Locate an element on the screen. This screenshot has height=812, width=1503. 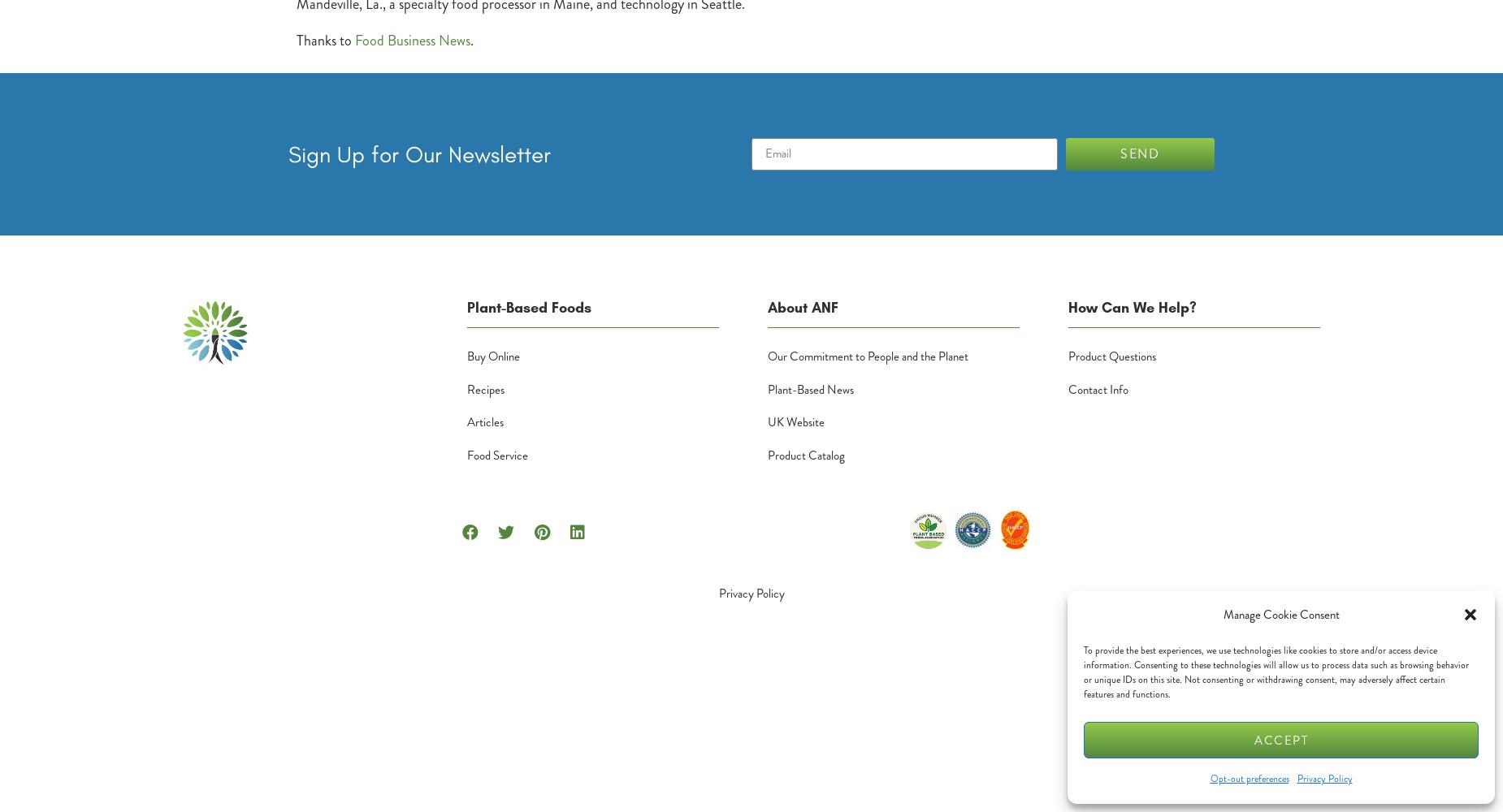
'Send' is located at coordinates (1140, 153).